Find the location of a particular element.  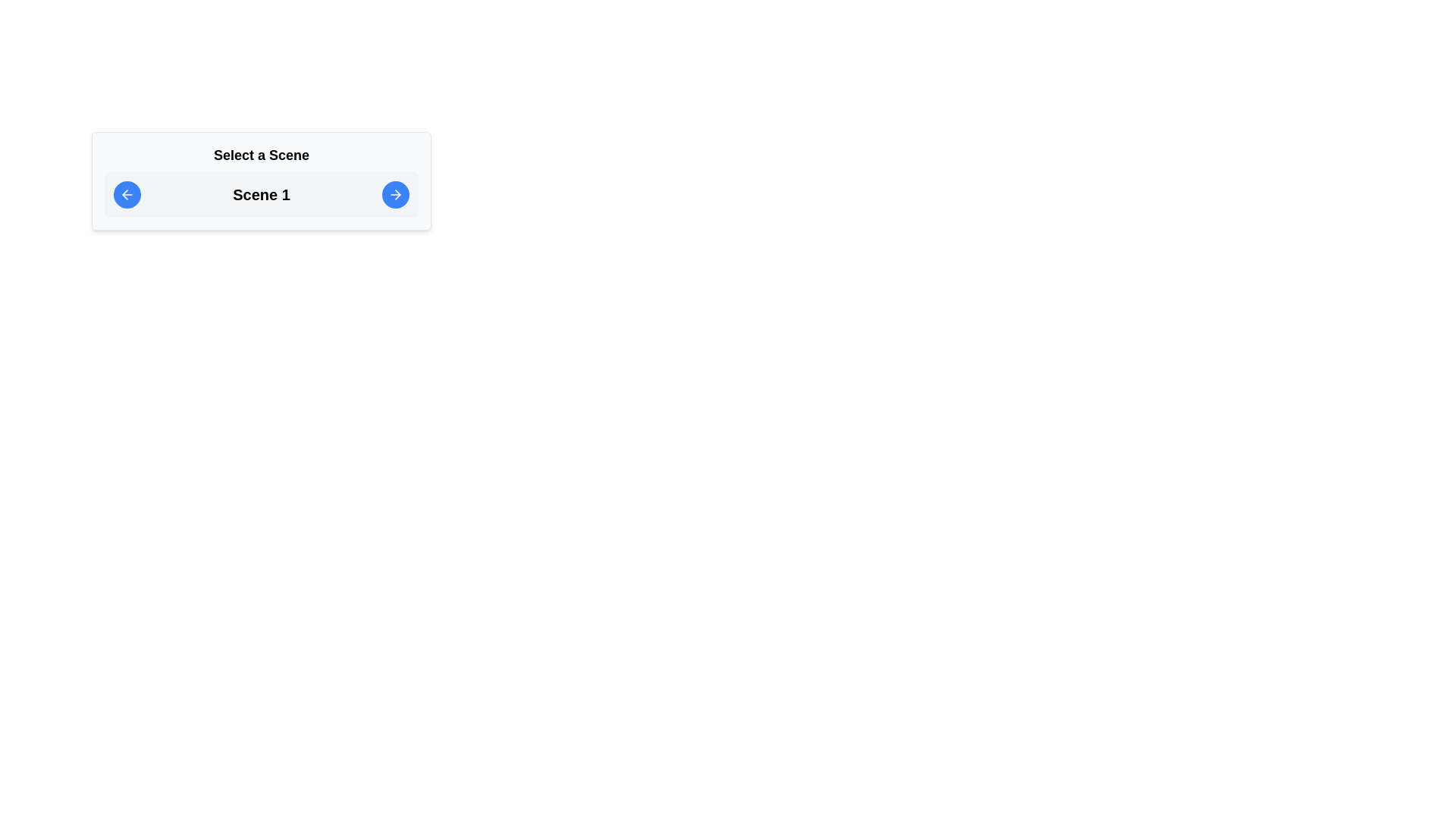

the text label that serves as a title or heading, positioned above the 'Scene 1' text and navigation buttons is located at coordinates (262, 155).